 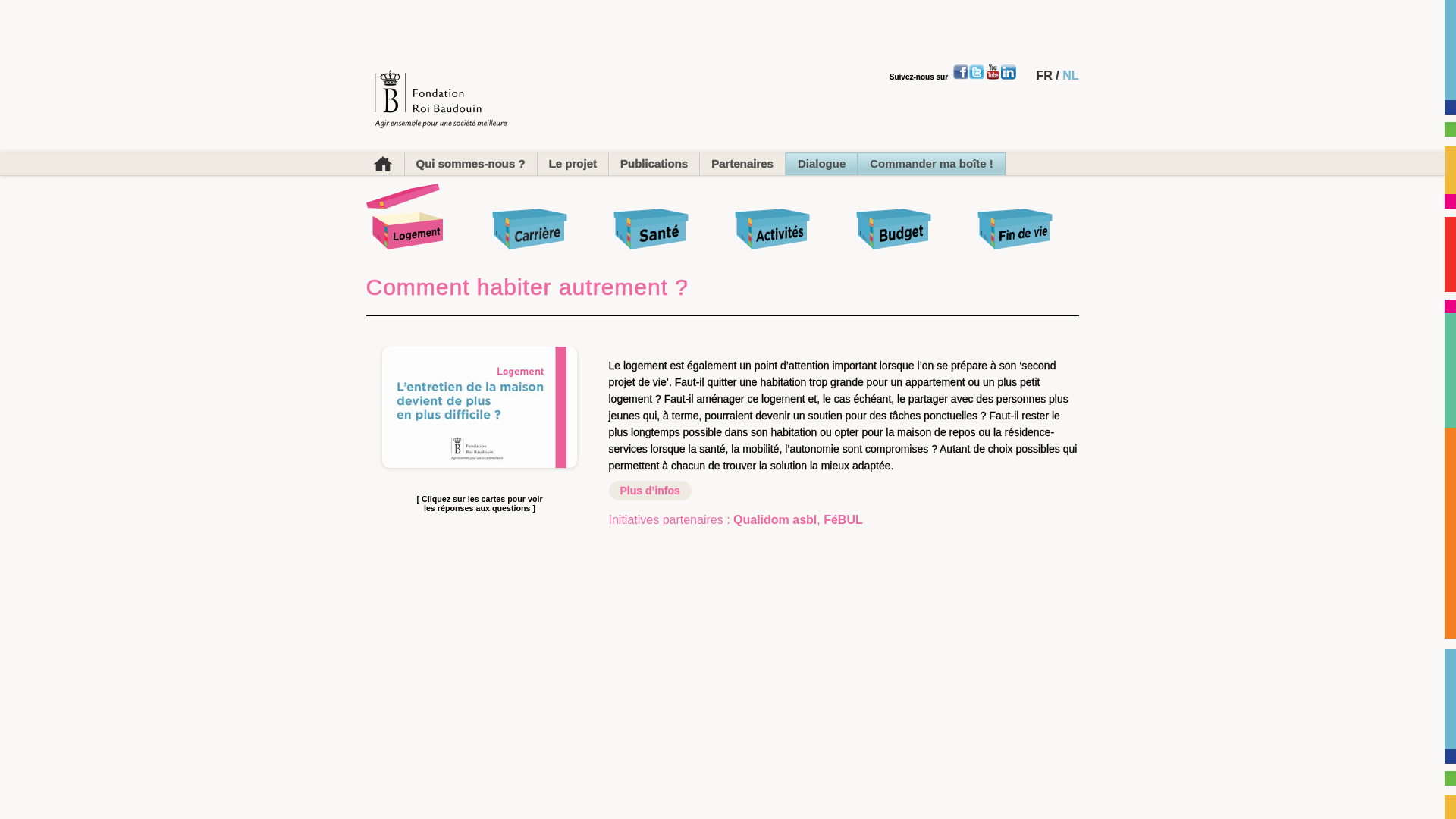 I want to click on 'LinkedIn', so click(x=1008, y=72).